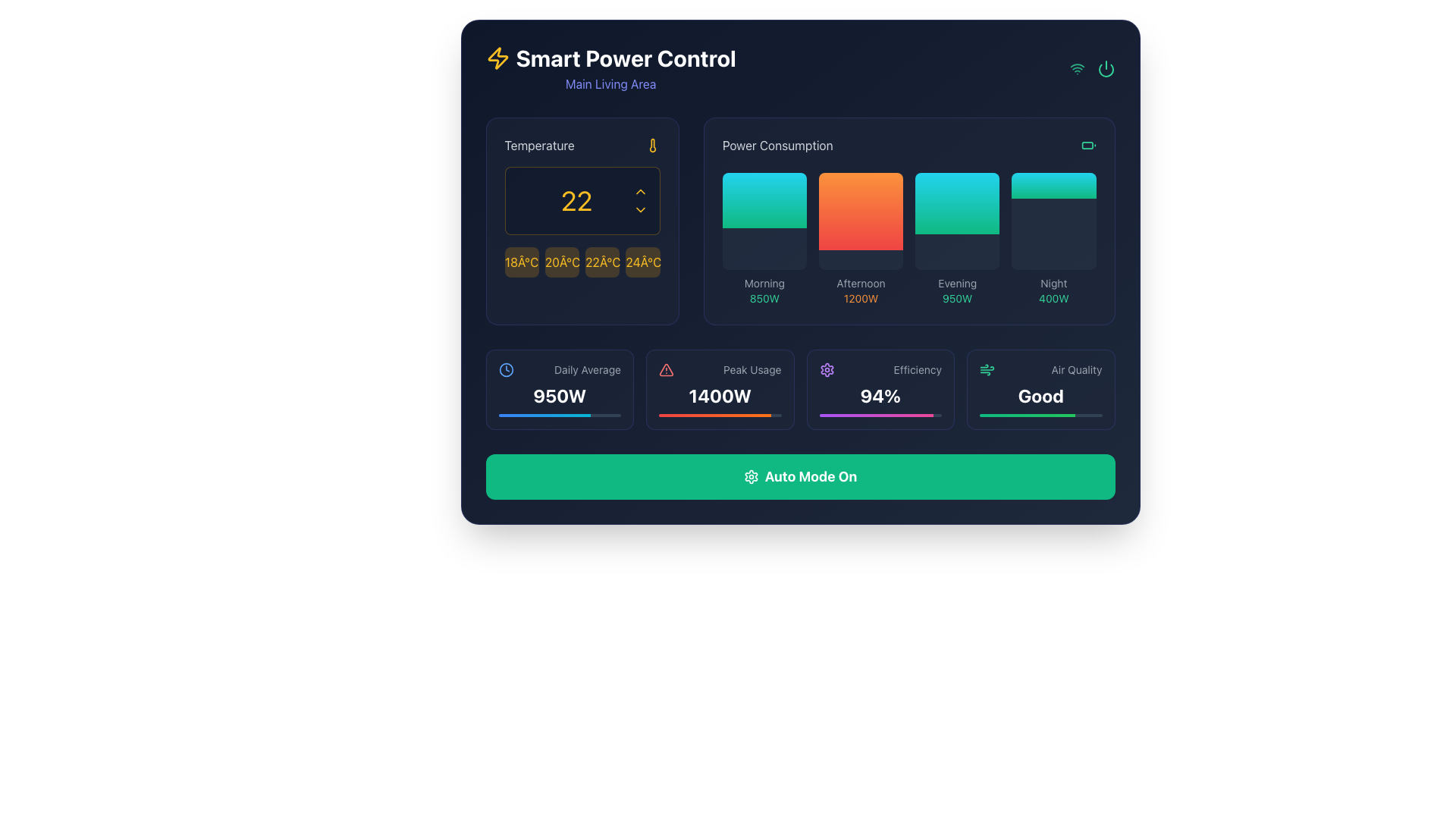 This screenshot has width=1456, height=819. What do you see at coordinates (956, 202) in the screenshot?
I see `the Progress Bar representing power consumption during the 'Evening' time slot` at bounding box center [956, 202].